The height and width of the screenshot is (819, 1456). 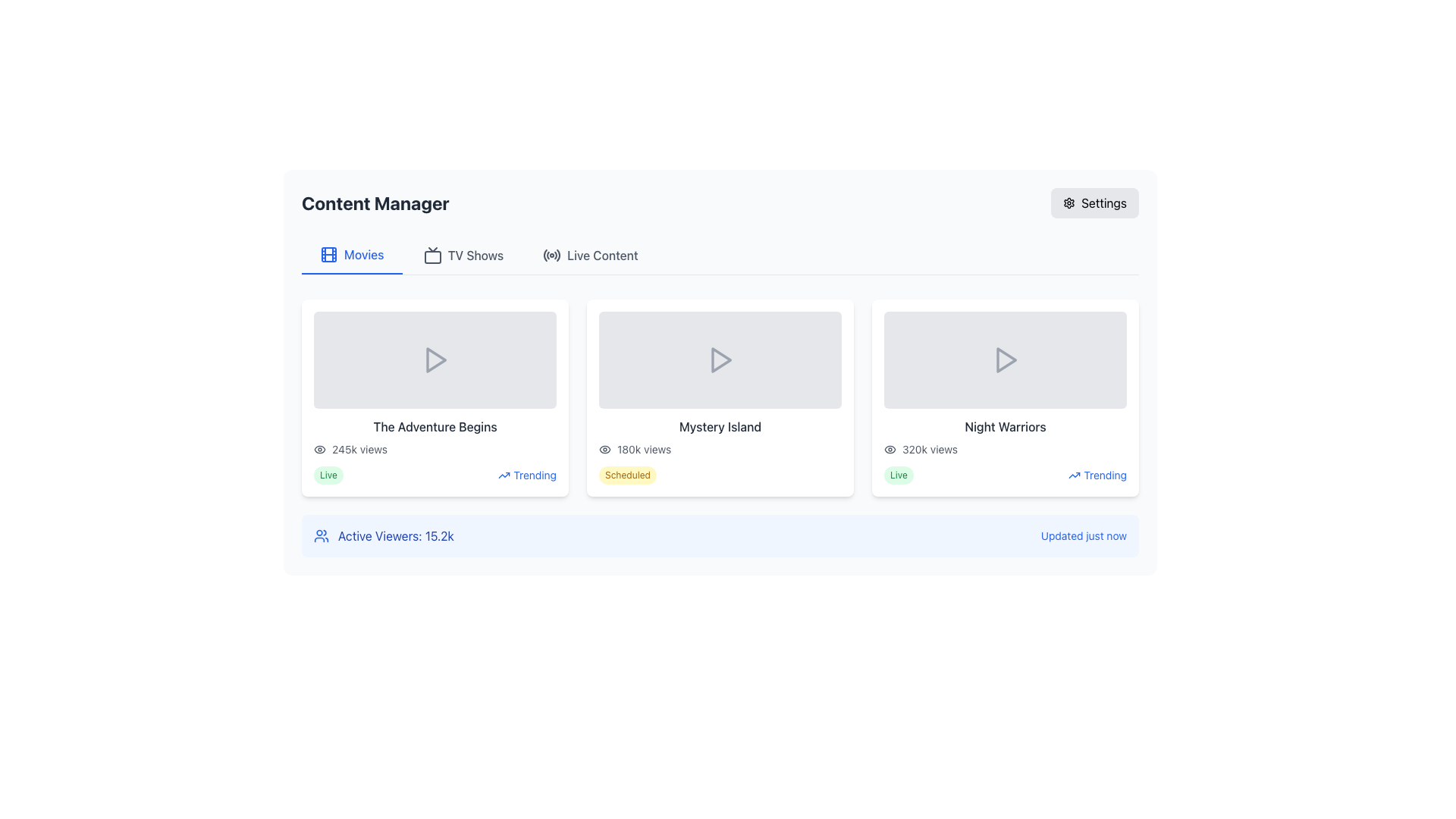 What do you see at coordinates (1097, 475) in the screenshot?
I see `the trending label located in the bottom-right corner of the 'Night Warriors' content card in the 'Content Manager' dashboard` at bounding box center [1097, 475].